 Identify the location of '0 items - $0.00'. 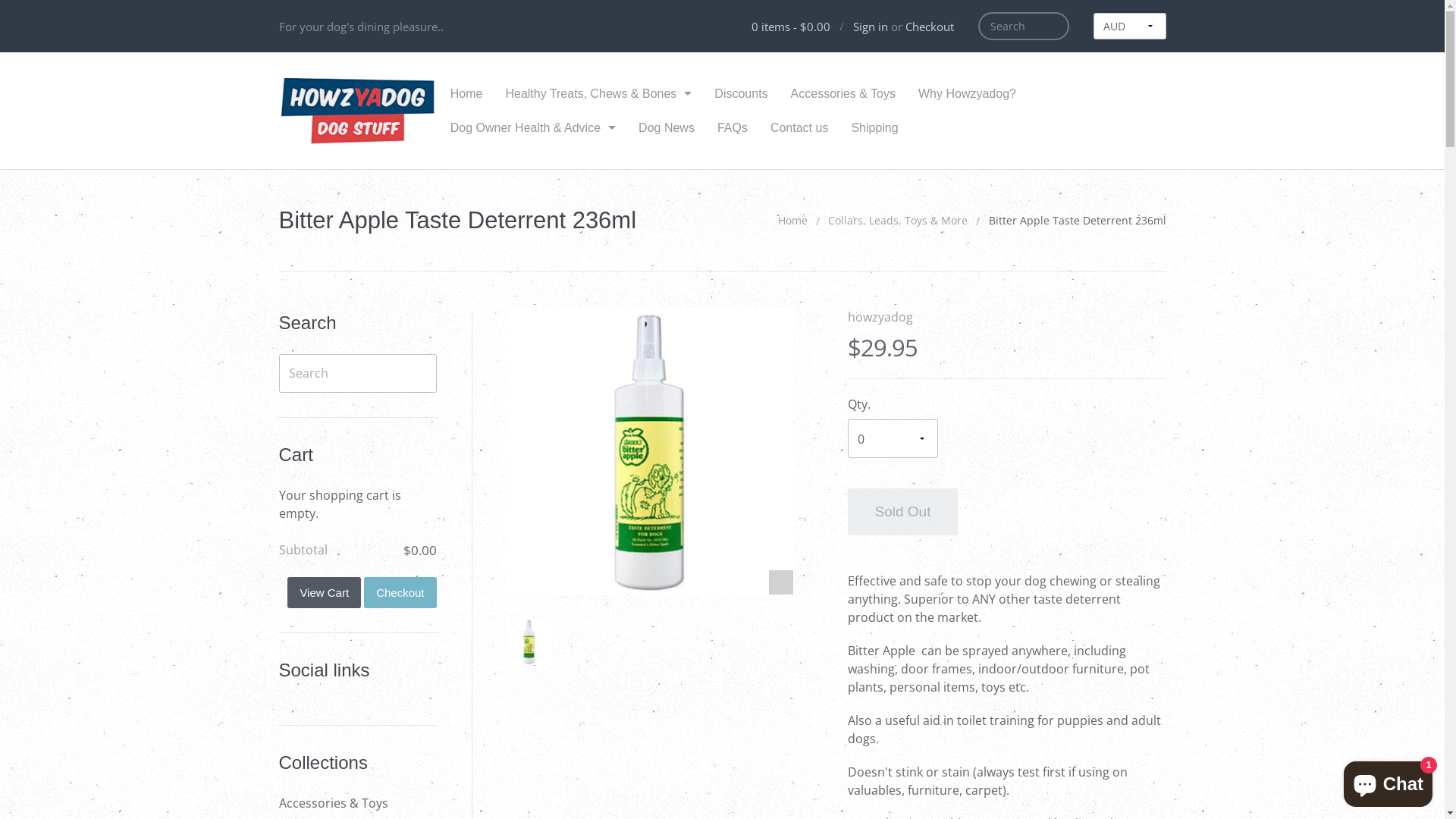
(789, 26).